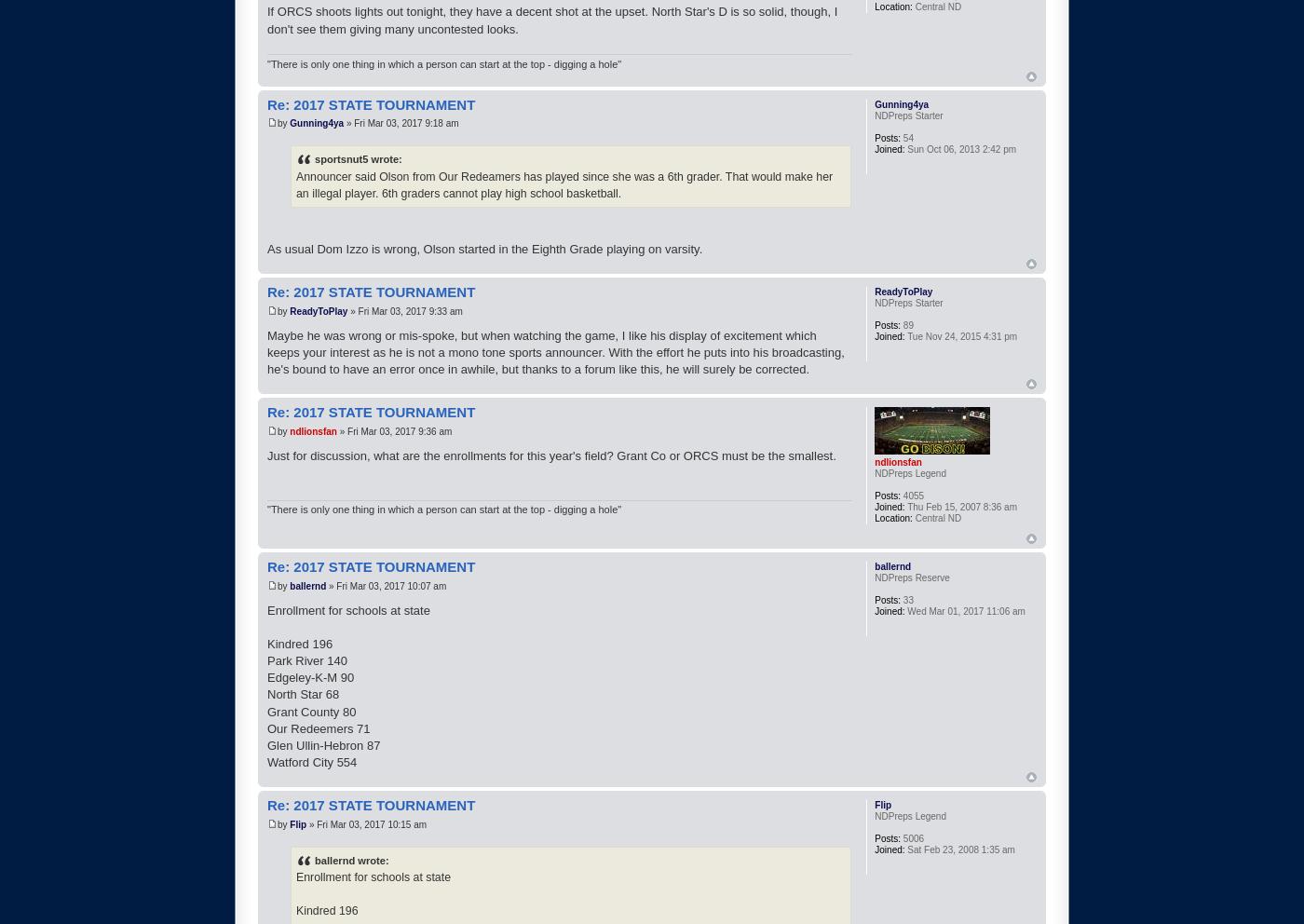 The image size is (1304, 924). Describe the element at coordinates (267, 660) in the screenshot. I see `'Park River 140'` at that location.